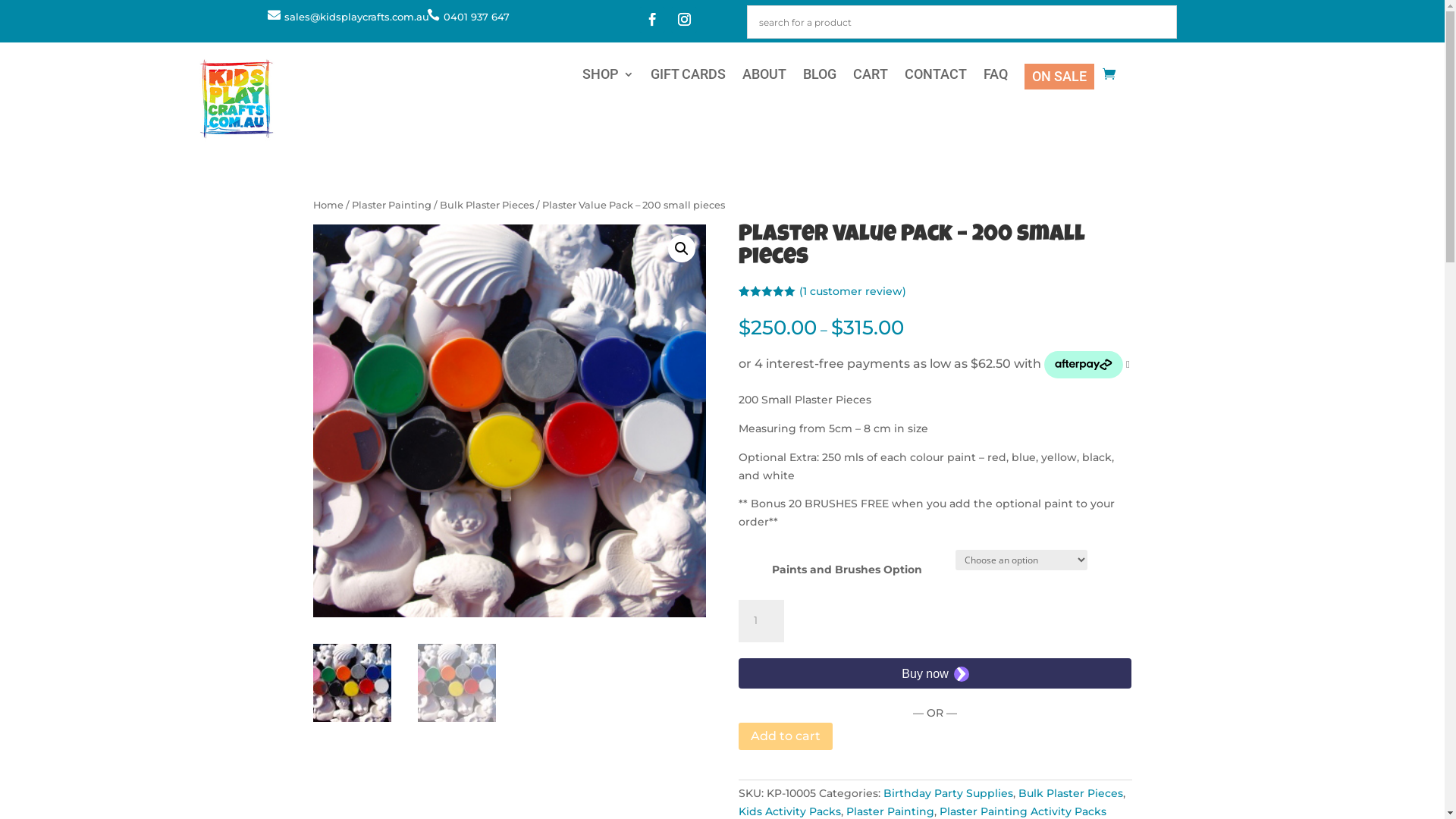  I want to click on 'SHOP', so click(582, 79).